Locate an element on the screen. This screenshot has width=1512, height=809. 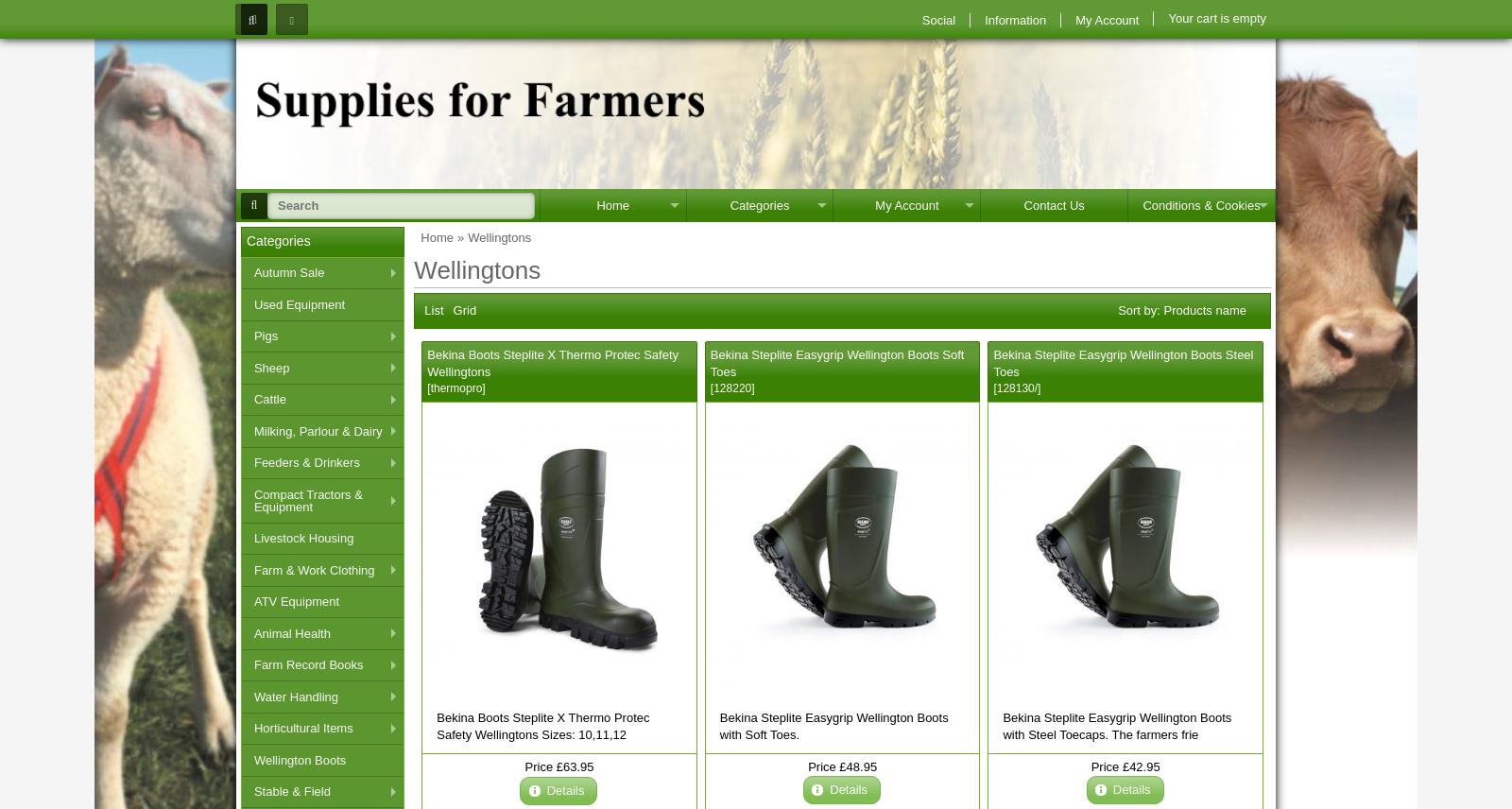
'Used Equipment' is located at coordinates (253, 303).